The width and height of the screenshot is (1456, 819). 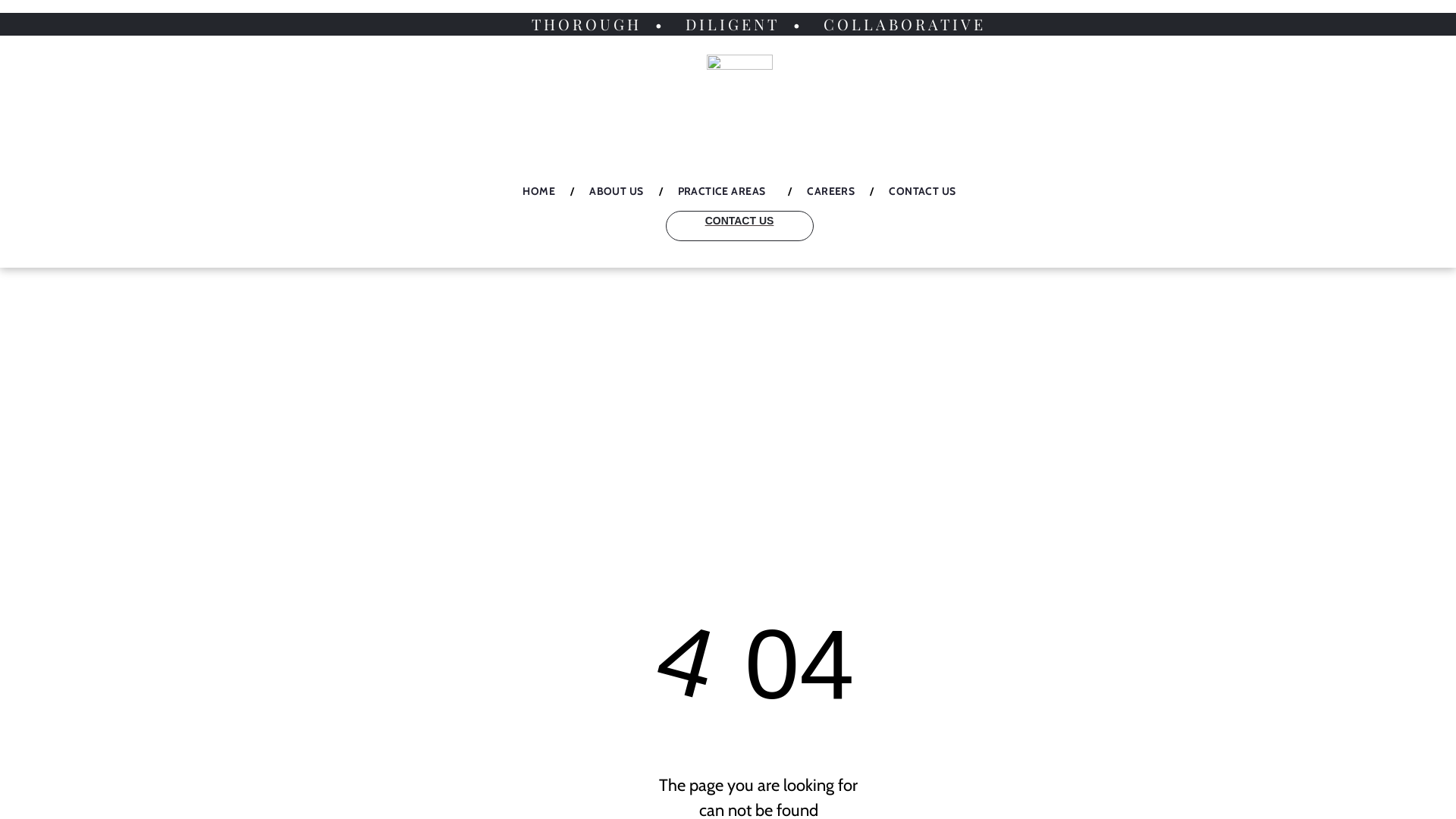 What do you see at coordinates (739, 225) in the screenshot?
I see `'CONTACT US'` at bounding box center [739, 225].